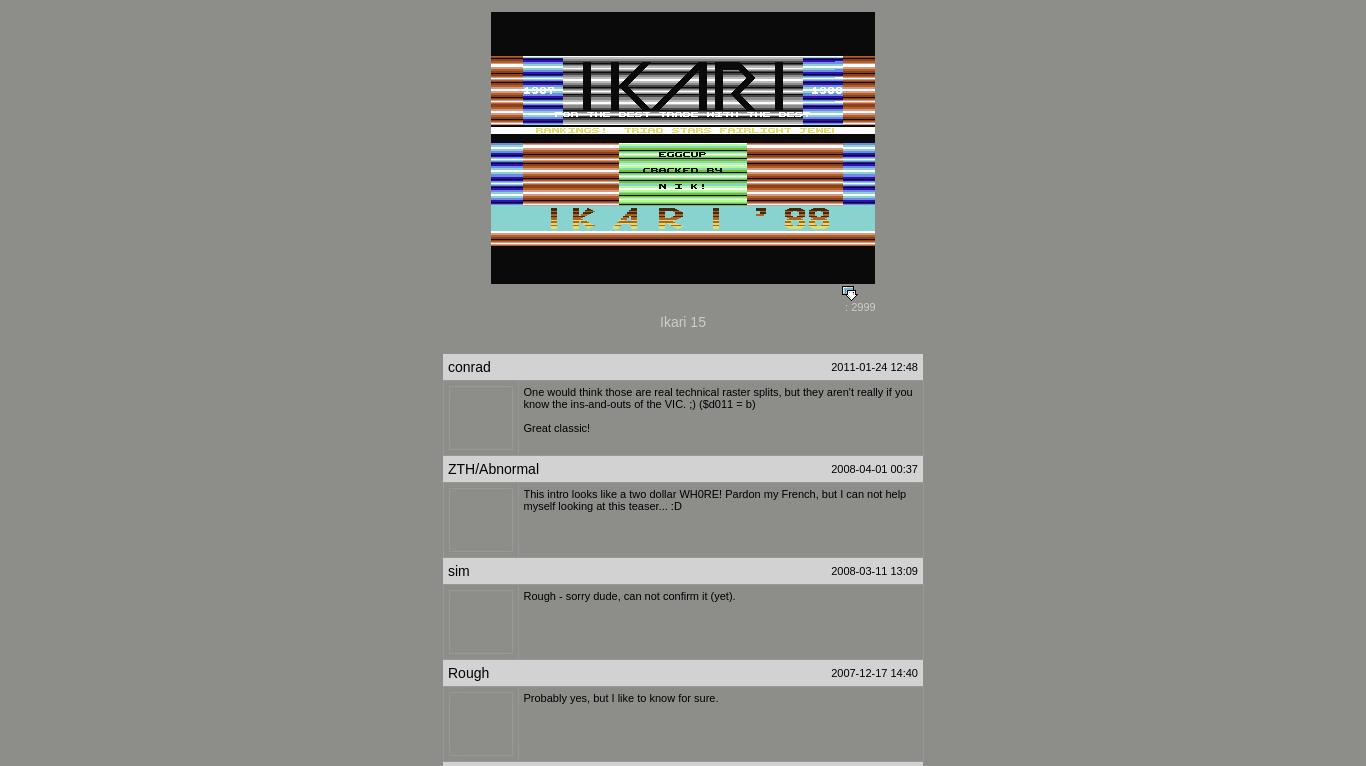 The image size is (1366, 766). I want to click on '2007-12-17 14:40', so click(873, 673).